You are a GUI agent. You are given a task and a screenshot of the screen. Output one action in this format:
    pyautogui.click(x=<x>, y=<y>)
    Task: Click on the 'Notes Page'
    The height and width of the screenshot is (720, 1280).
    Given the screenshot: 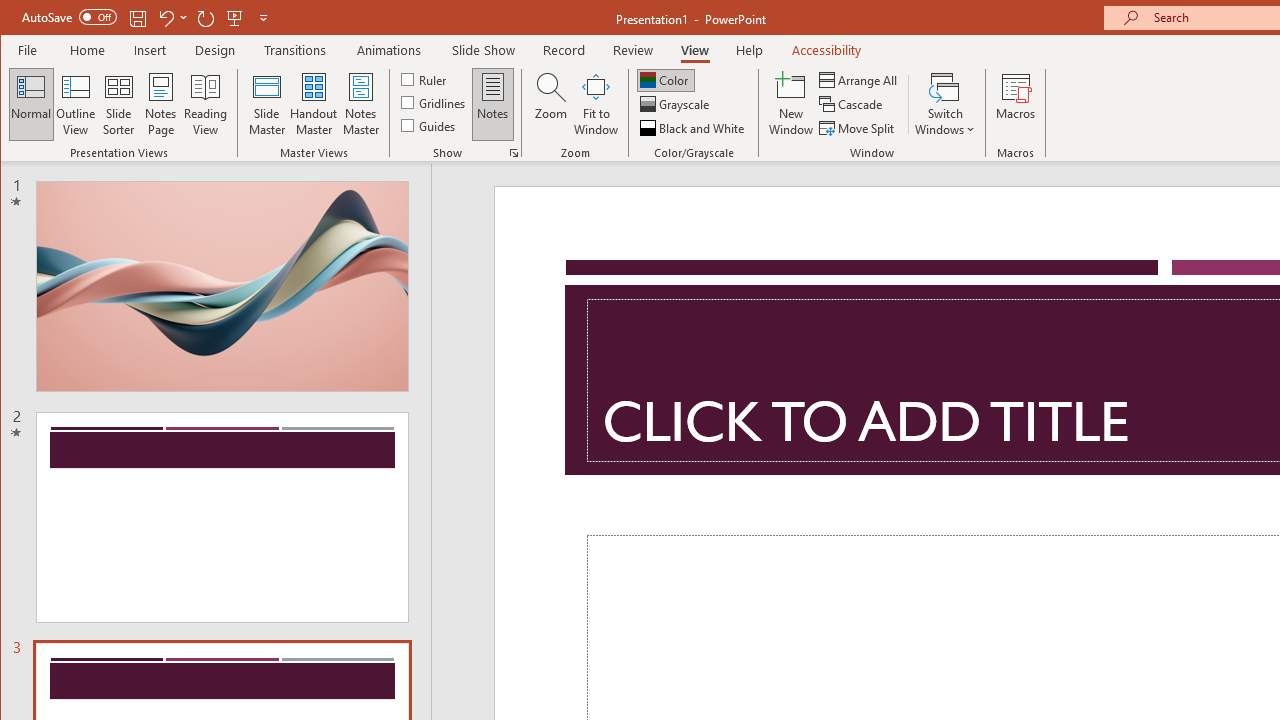 What is the action you would take?
    pyautogui.click(x=160, y=104)
    